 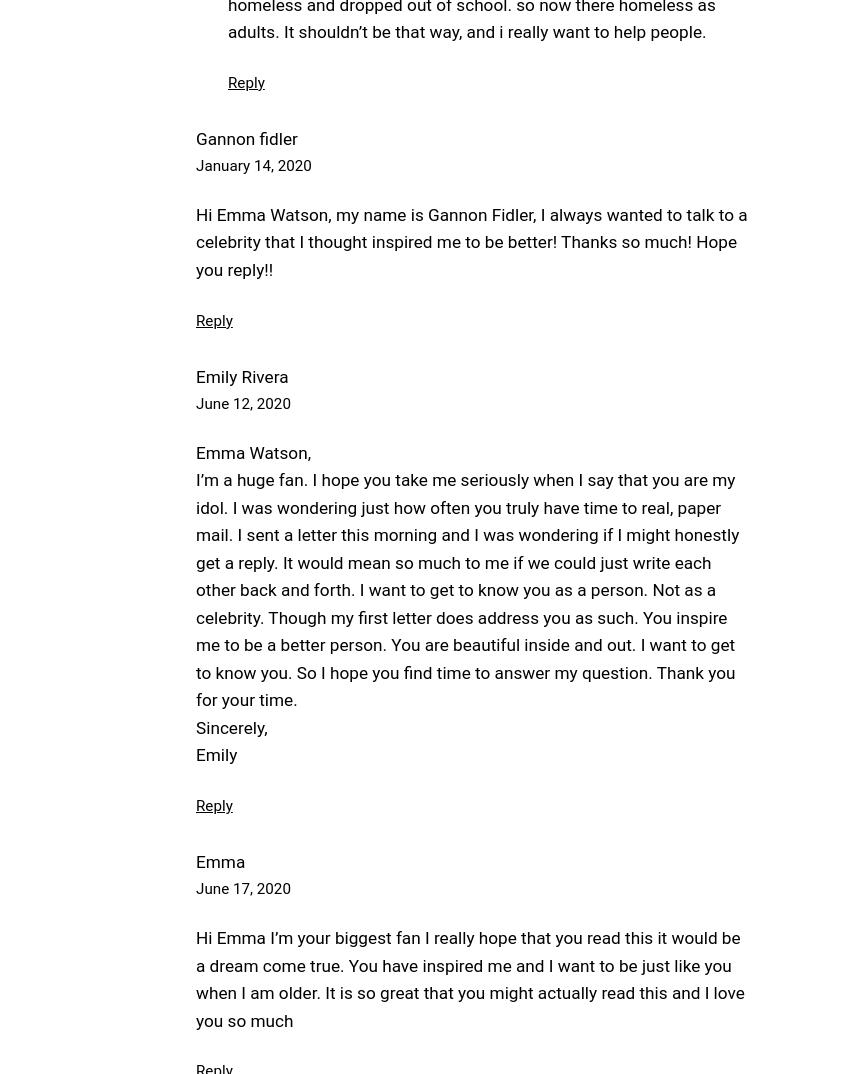 What do you see at coordinates (253, 164) in the screenshot?
I see `'January 14, 2020'` at bounding box center [253, 164].